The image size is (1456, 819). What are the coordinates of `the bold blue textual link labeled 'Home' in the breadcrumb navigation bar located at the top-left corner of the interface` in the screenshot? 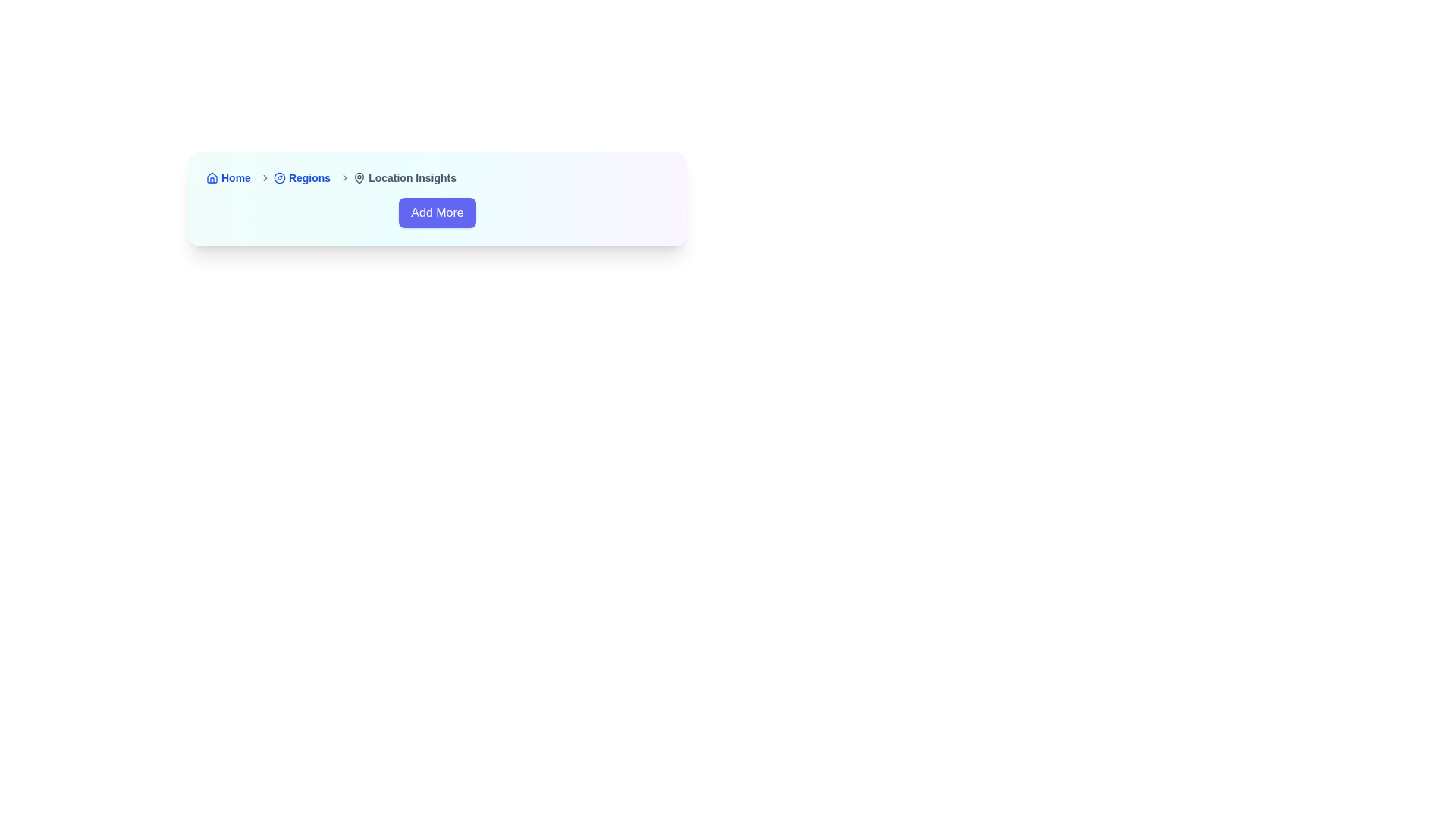 It's located at (235, 177).